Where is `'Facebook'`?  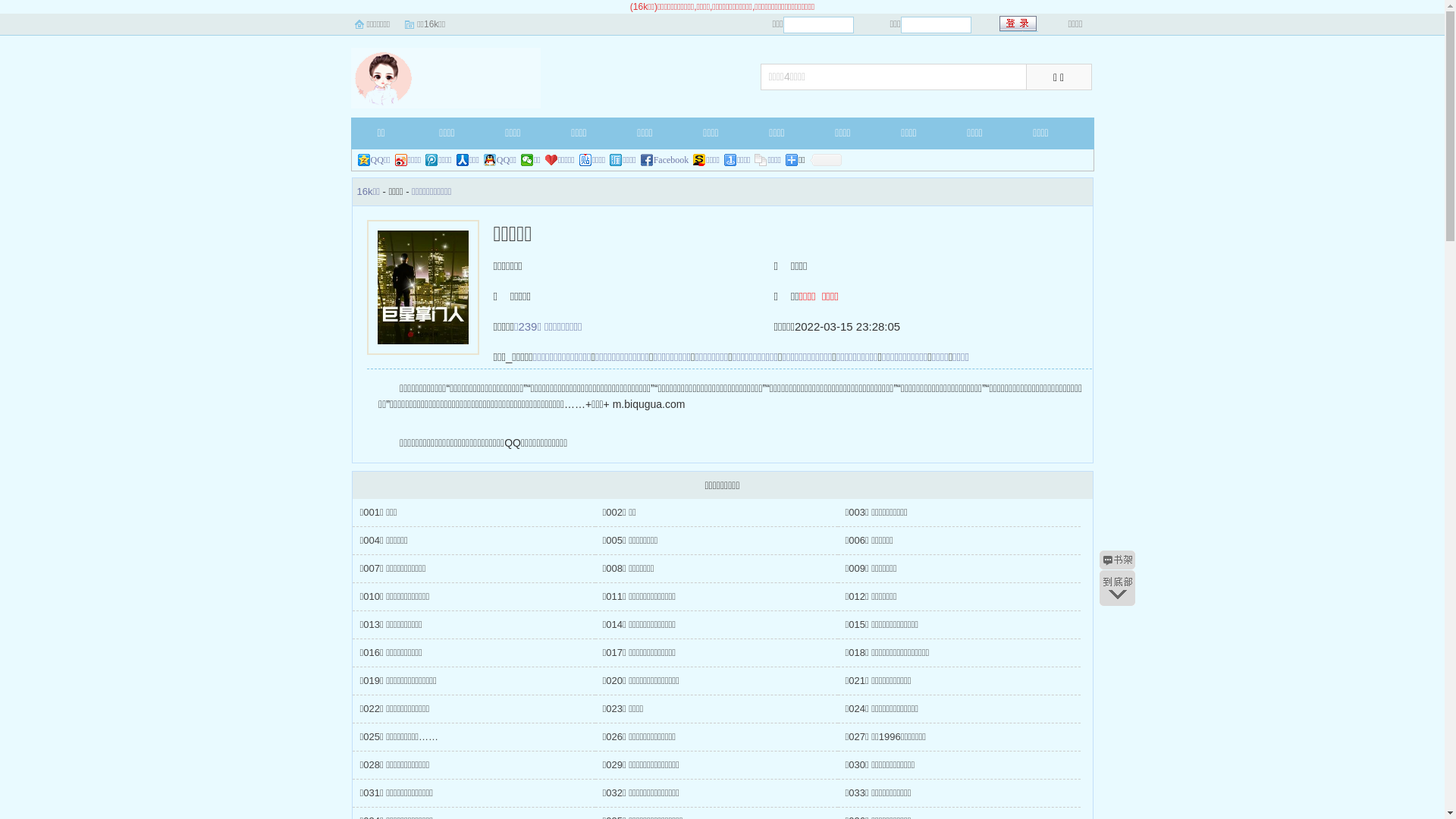 'Facebook' is located at coordinates (640, 160).